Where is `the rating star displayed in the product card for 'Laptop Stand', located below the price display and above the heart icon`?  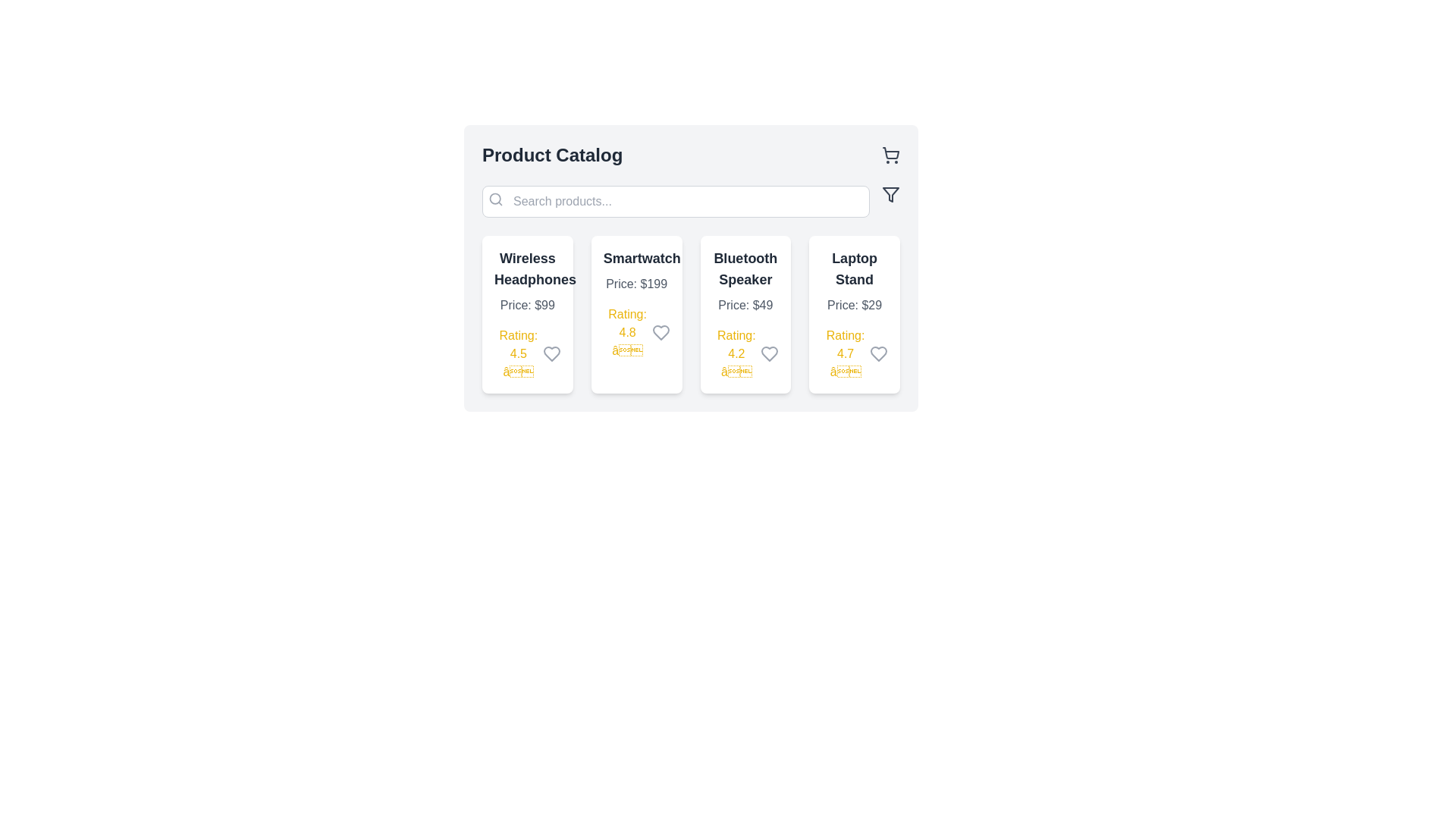 the rating star displayed in the product card for 'Laptop Stand', located below the price display and above the heart icon is located at coordinates (855, 353).